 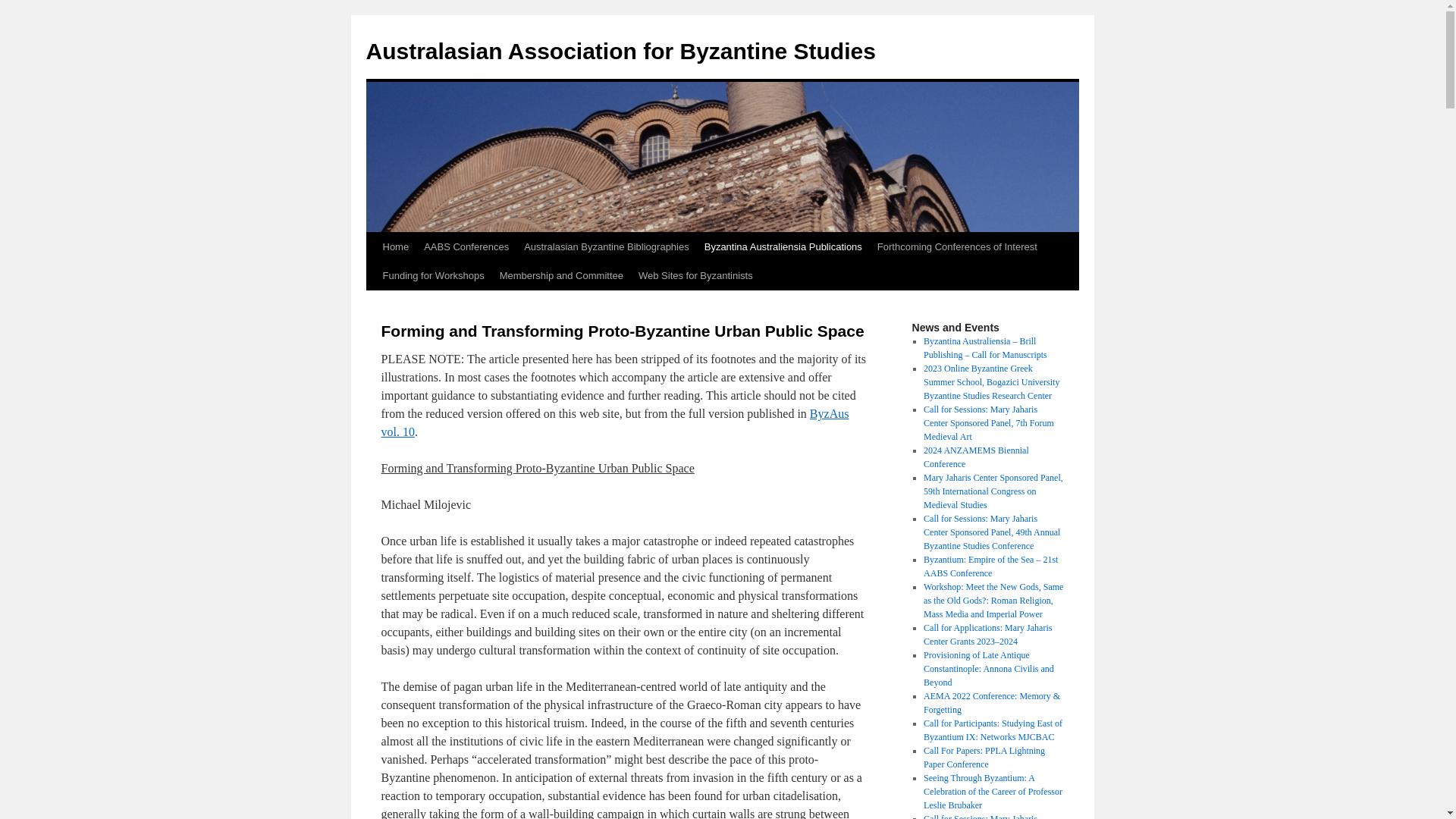 What do you see at coordinates (560, 275) in the screenshot?
I see `'Membership and Committee'` at bounding box center [560, 275].